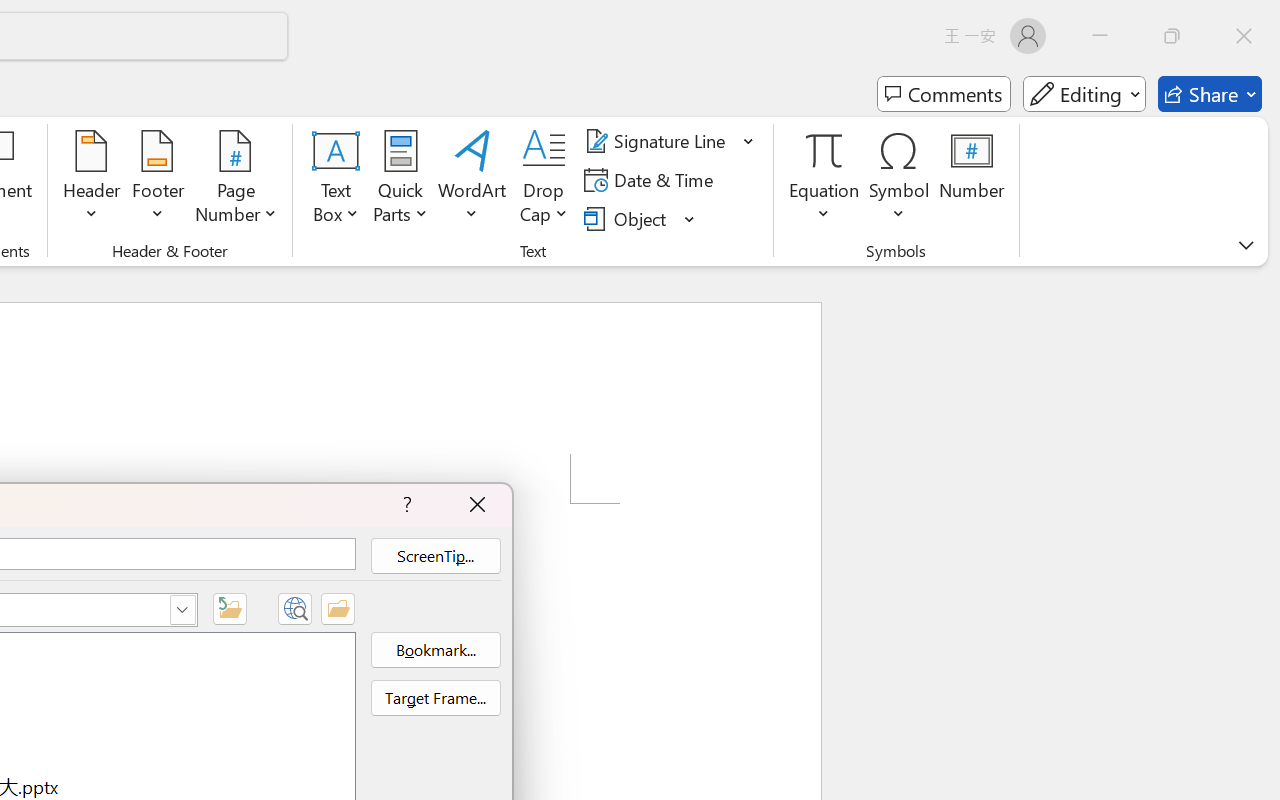 This screenshot has width=1280, height=800. Describe the element at coordinates (652, 179) in the screenshot. I see `'Date & Time...'` at that location.